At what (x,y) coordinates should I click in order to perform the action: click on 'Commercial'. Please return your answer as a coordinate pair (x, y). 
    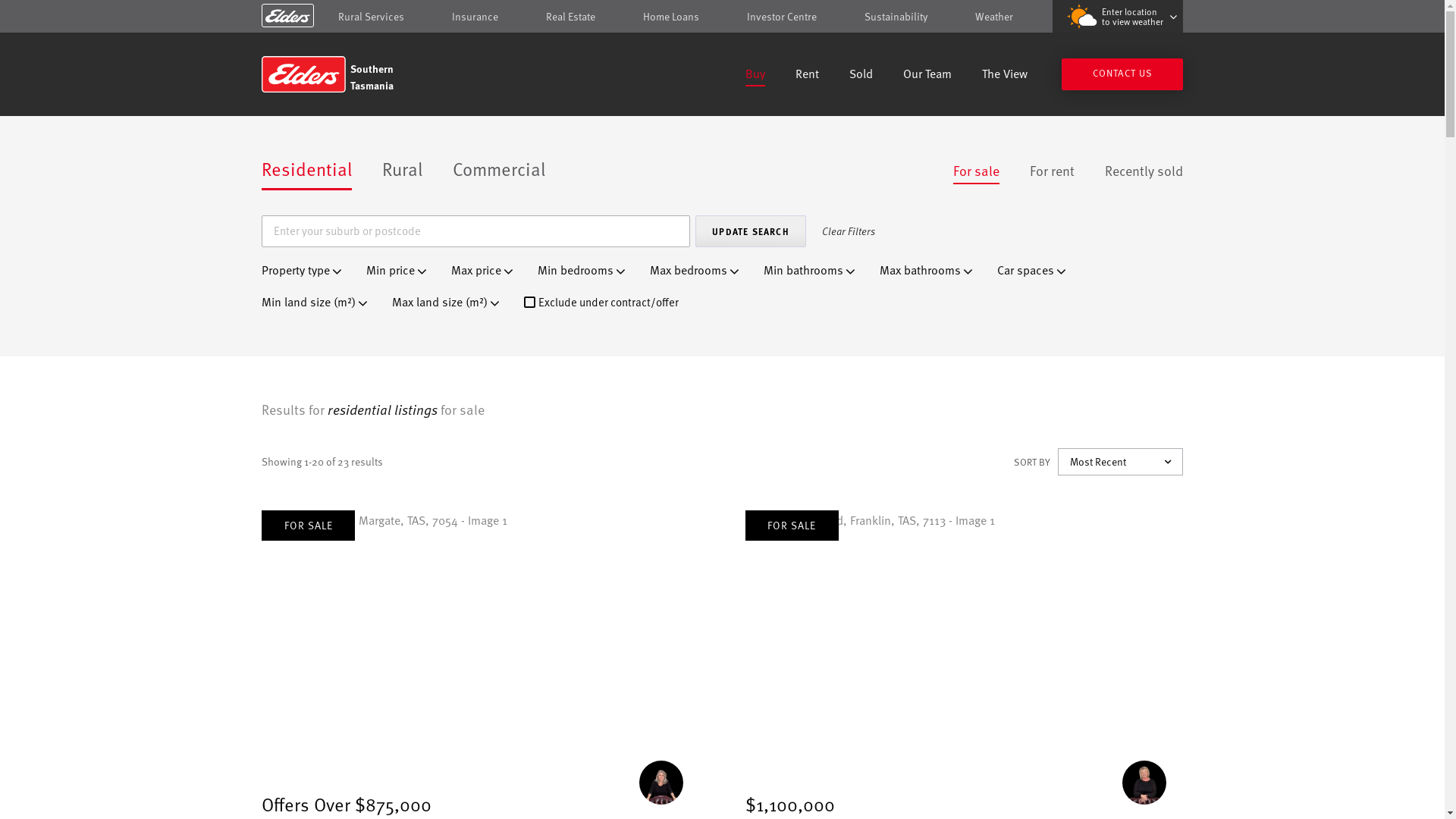
    Looking at the image, I should click on (498, 169).